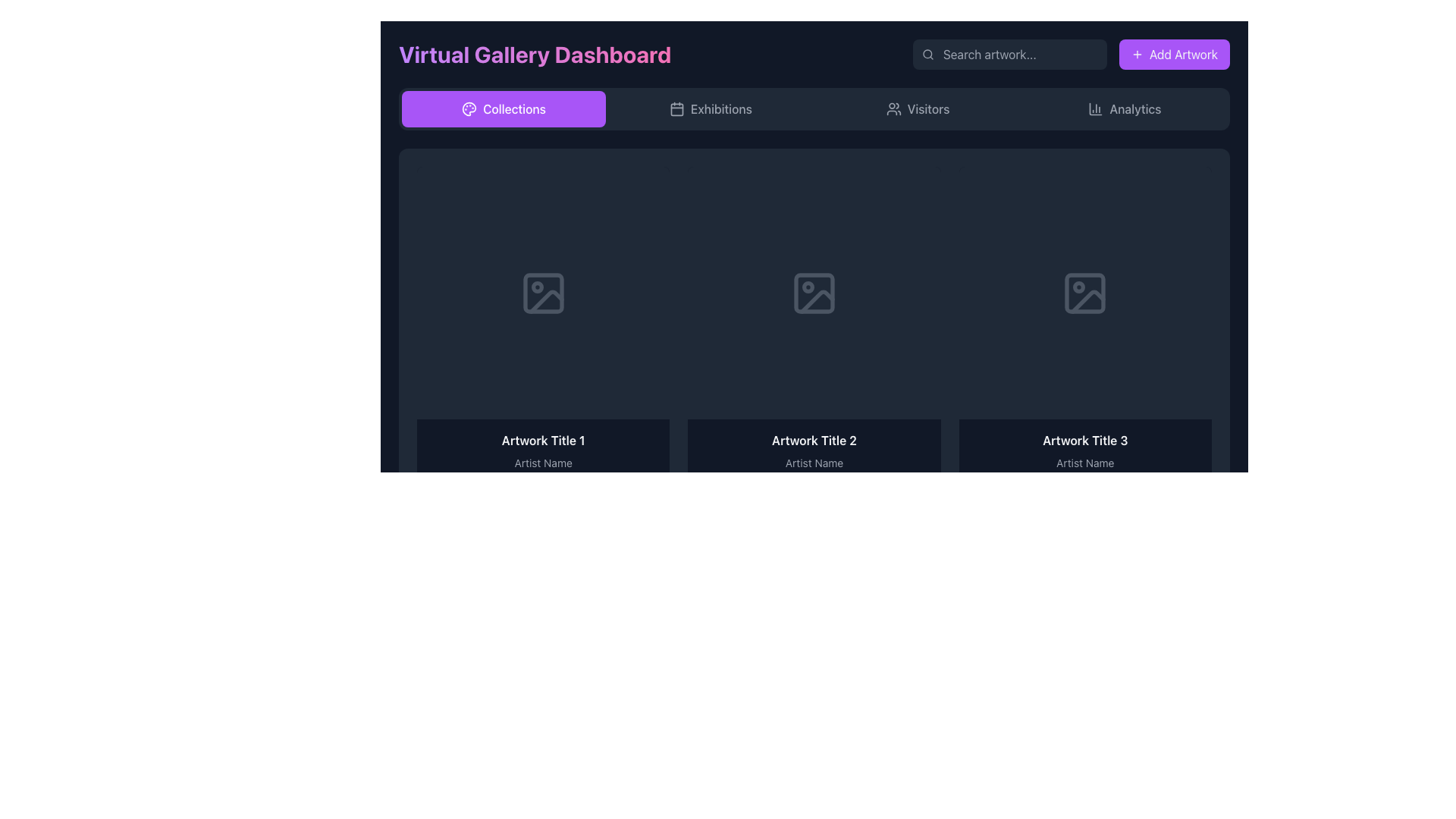 The width and height of the screenshot is (1456, 819). Describe the element at coordinates (814, 293) in the screenshot. I see `the image placeholder or frame with a dark gray background and an image icon at its center, located in the middle column of the grid layout in the 'Collections' section, above 'Artwork Title 2' and 'Artist Name'` at that location.